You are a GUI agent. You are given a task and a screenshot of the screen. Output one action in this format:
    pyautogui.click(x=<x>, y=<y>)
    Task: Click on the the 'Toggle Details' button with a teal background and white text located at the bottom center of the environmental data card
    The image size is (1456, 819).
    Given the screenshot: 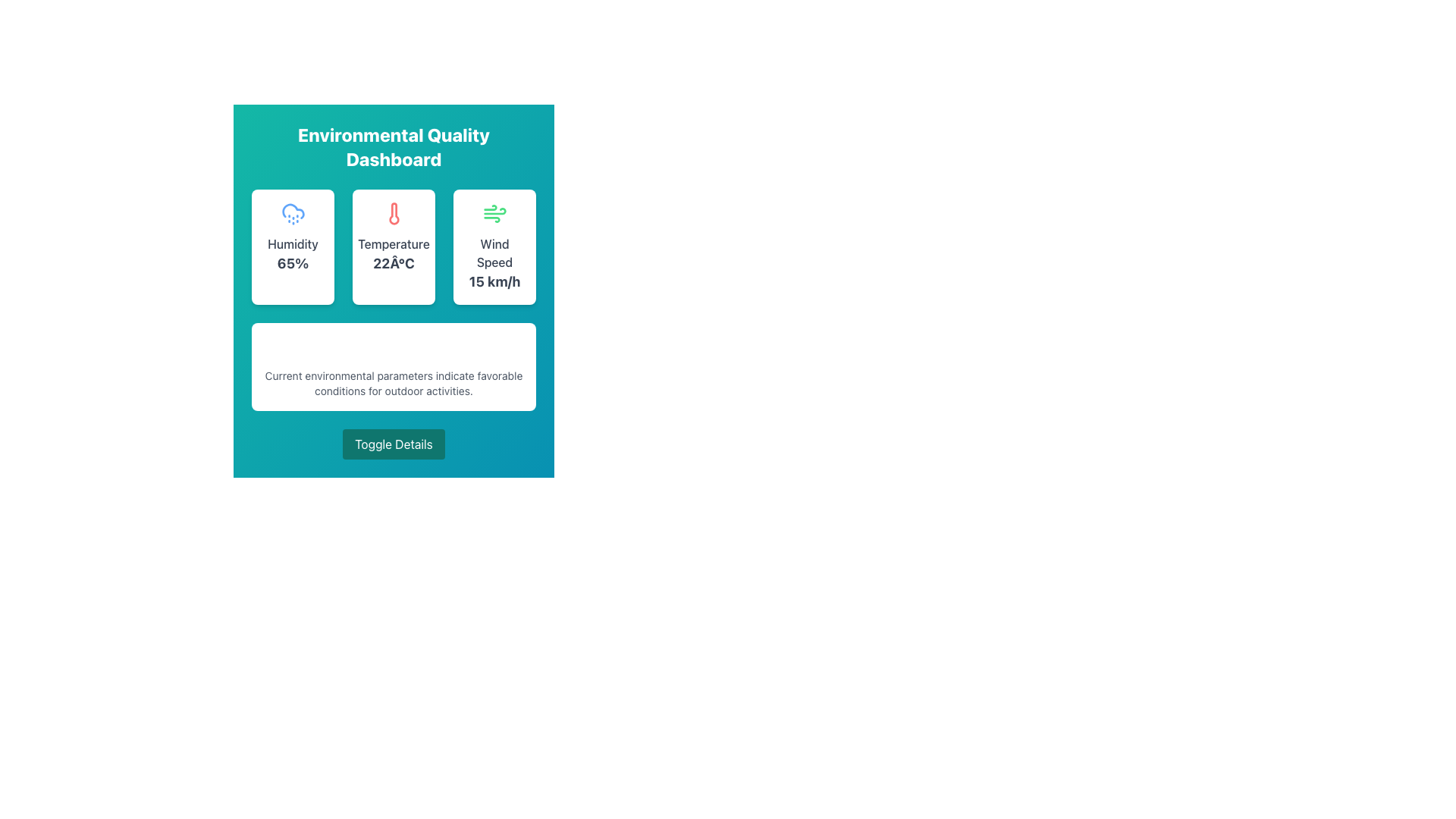 What is the action you would take?
    pyautogui.click(x=394, y=444)
    